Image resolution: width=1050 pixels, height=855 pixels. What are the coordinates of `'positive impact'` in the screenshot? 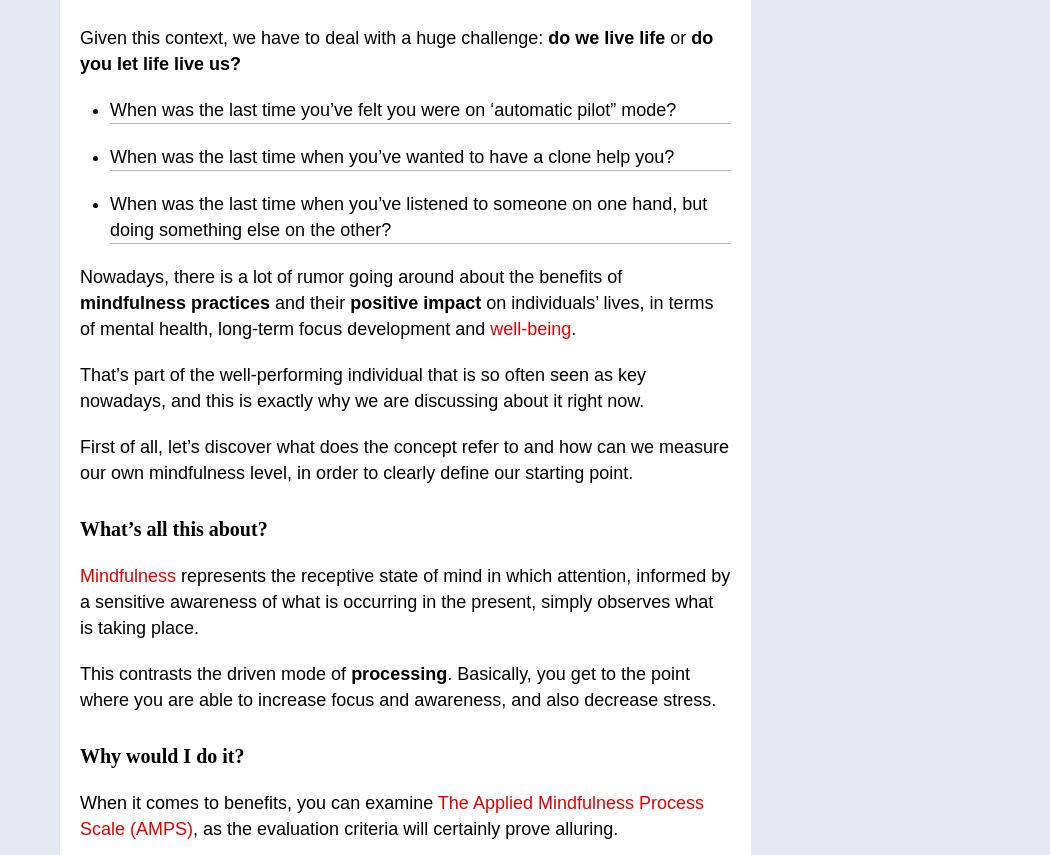 It's located at (417, 302).